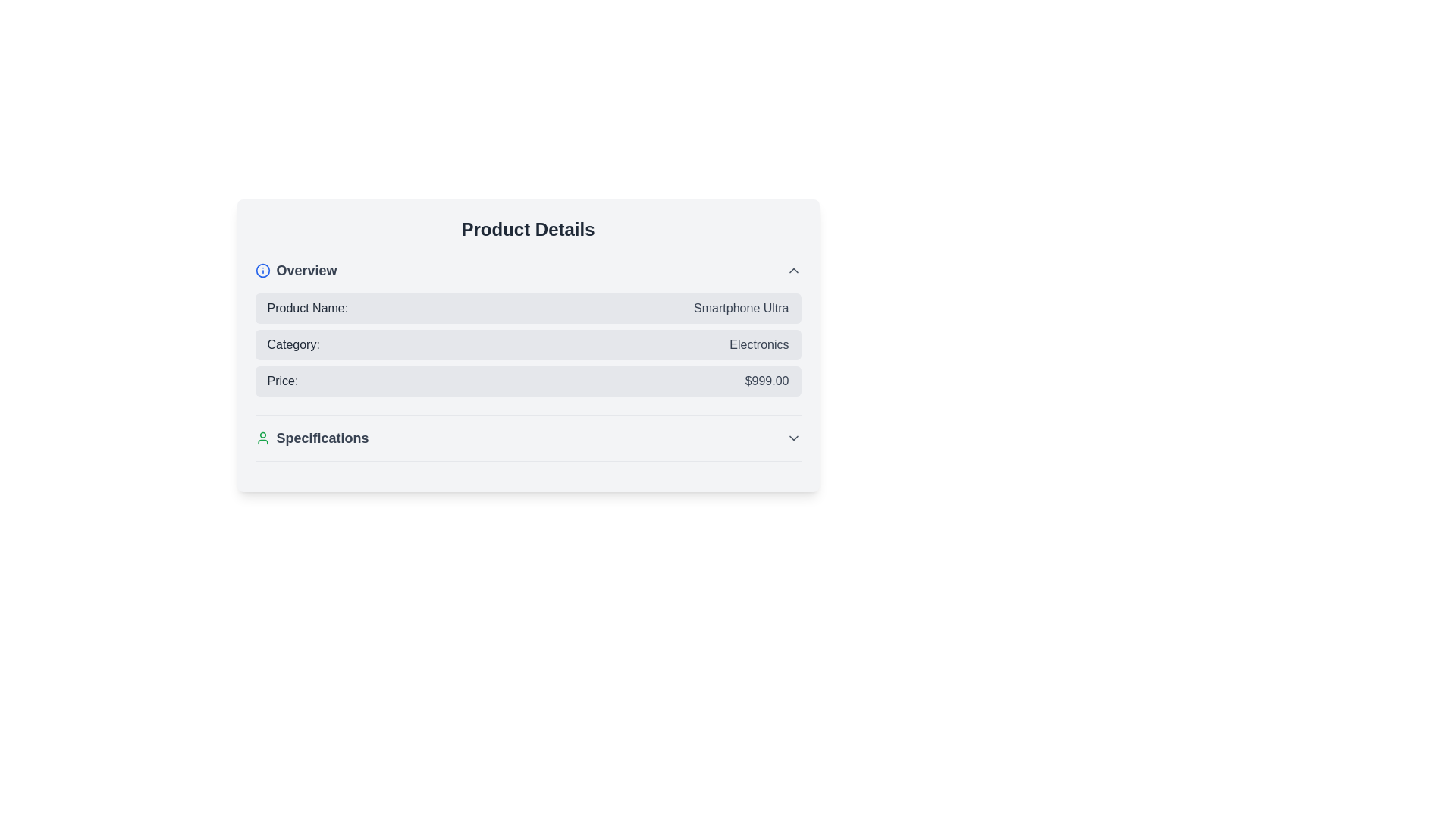 This screenshot has width=1456, height=819. Describe the element at coordinates (759, 345) in the screenshot. I see `the 'Electronics' text label that indicates the product category, positioned to the right of the 'Category:' label` at that location.